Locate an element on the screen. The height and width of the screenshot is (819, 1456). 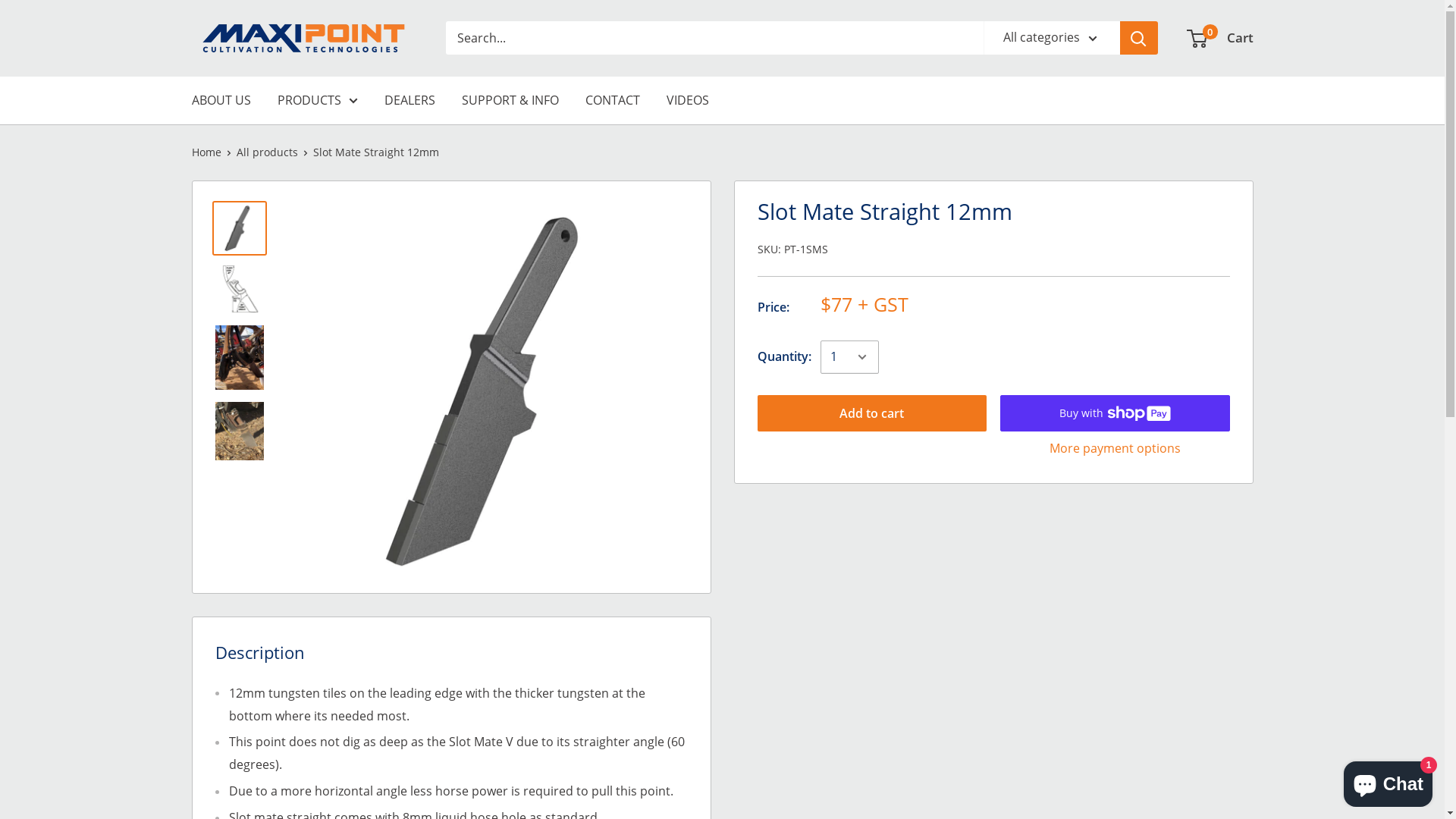
'CONTACT' is located at coordinates (612, 100).